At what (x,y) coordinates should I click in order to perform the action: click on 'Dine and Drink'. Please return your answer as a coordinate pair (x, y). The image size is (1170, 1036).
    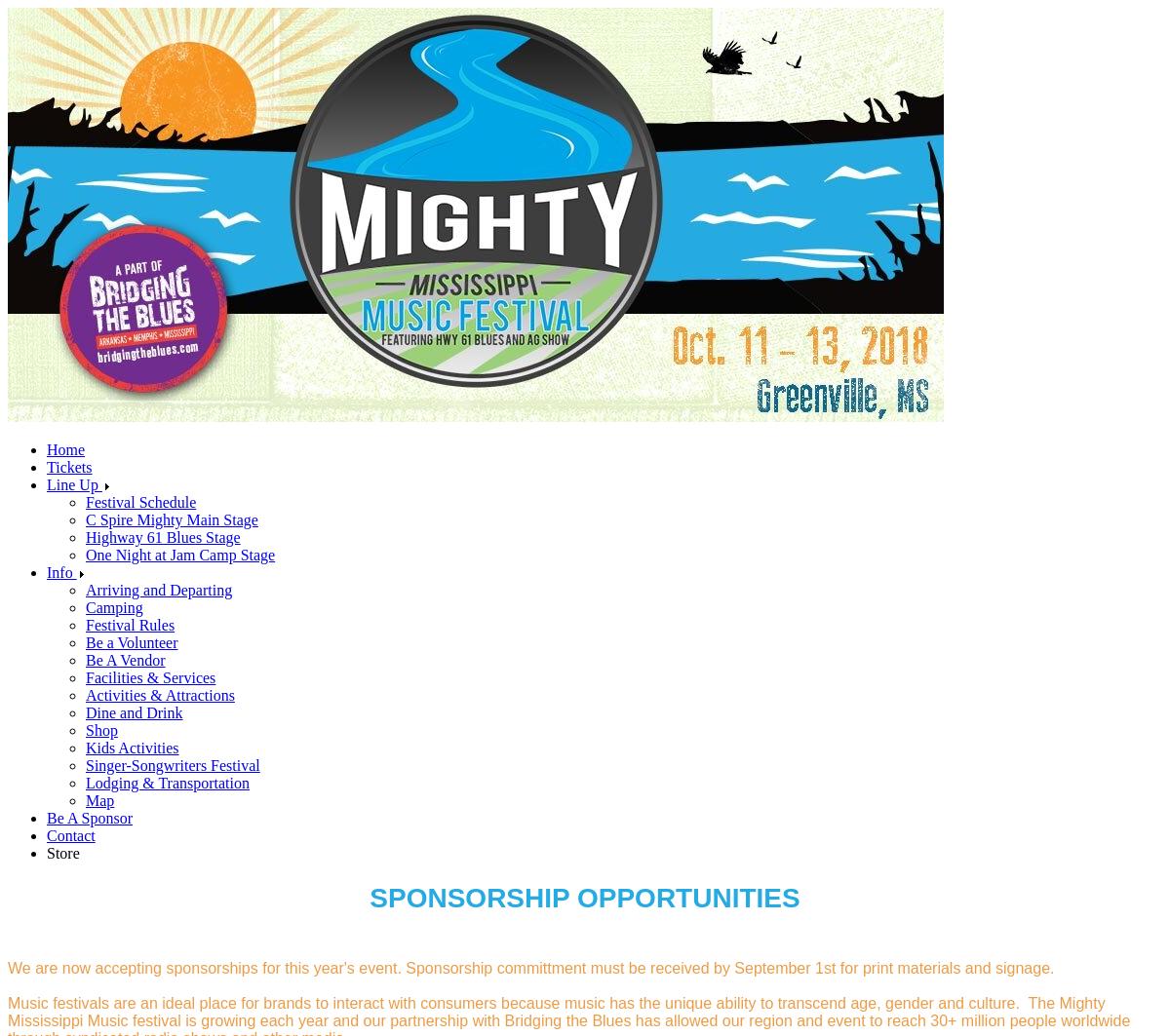
    Looking at the image, I should click on (134, 711).